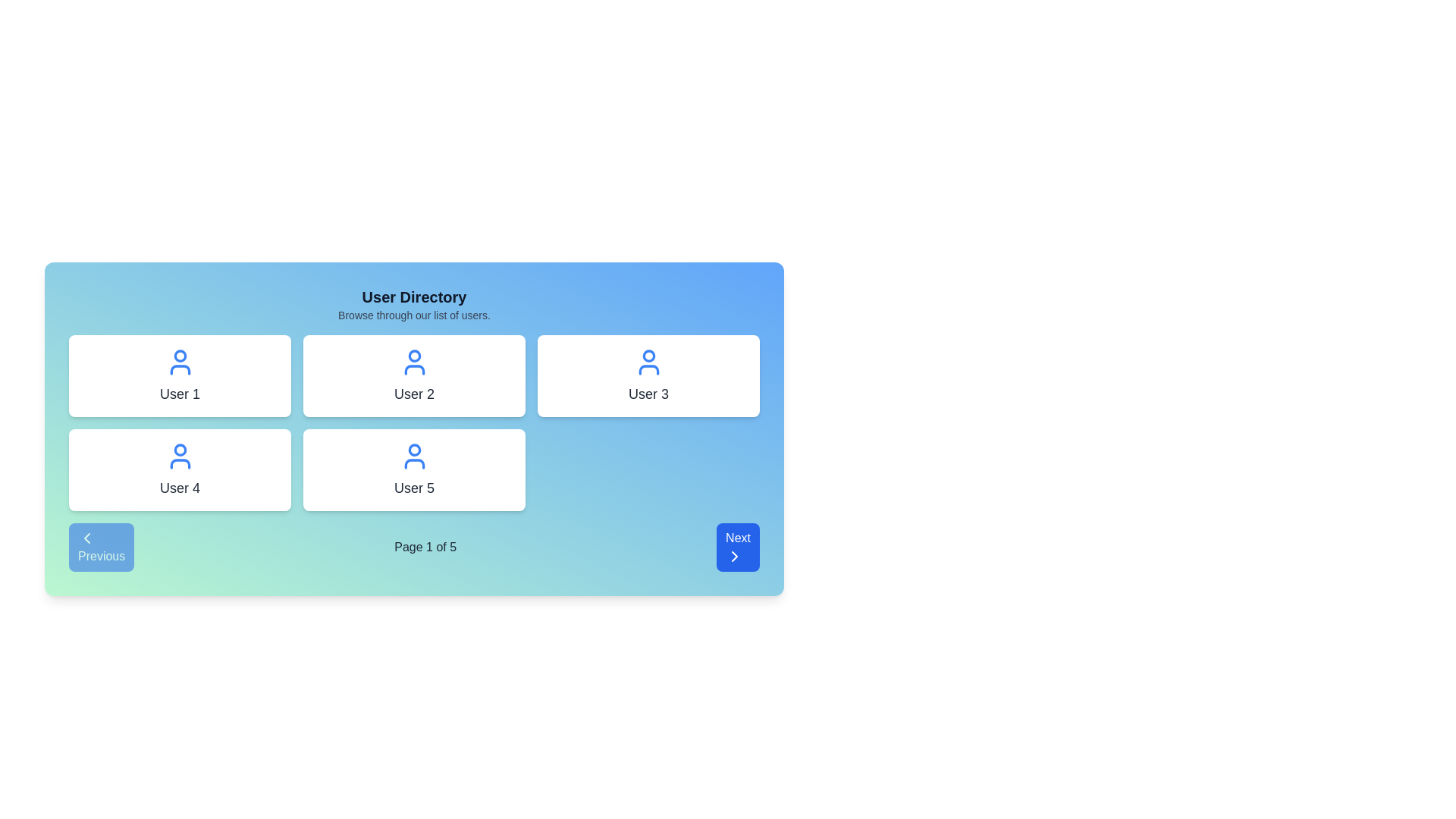 The height and width of the screenshot is (819, 1456). What do you see at coordinates (180, 455) in the screenshot?
I see `the user icon located at the uppermost component of the 'User 4' card in the bottom-left part of the user grid` at bounding box center [180, 455].